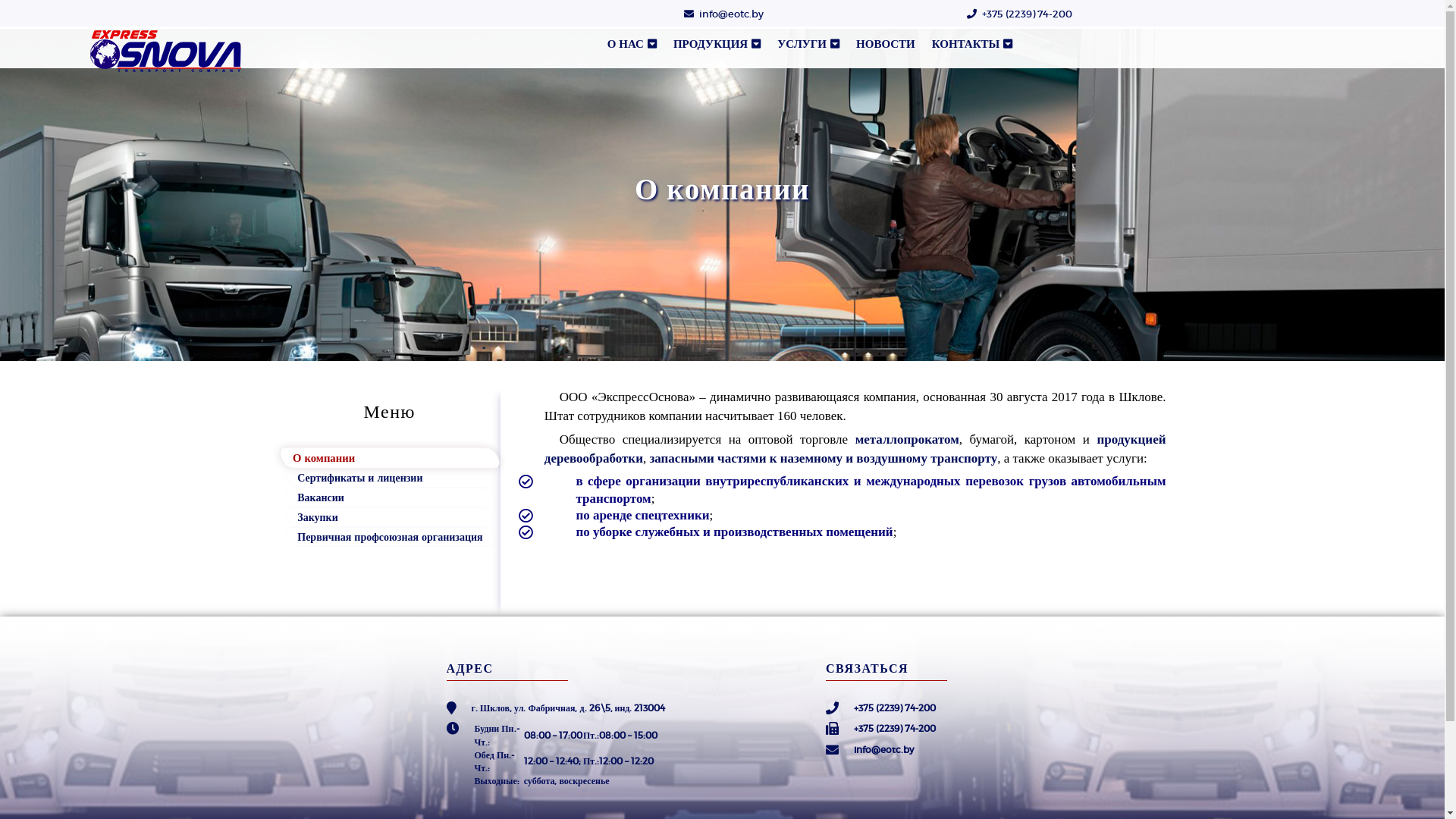 The width and height of the screenshot is (1456, 819). I want to click on 'info@eotc.by', so click(854, 748).